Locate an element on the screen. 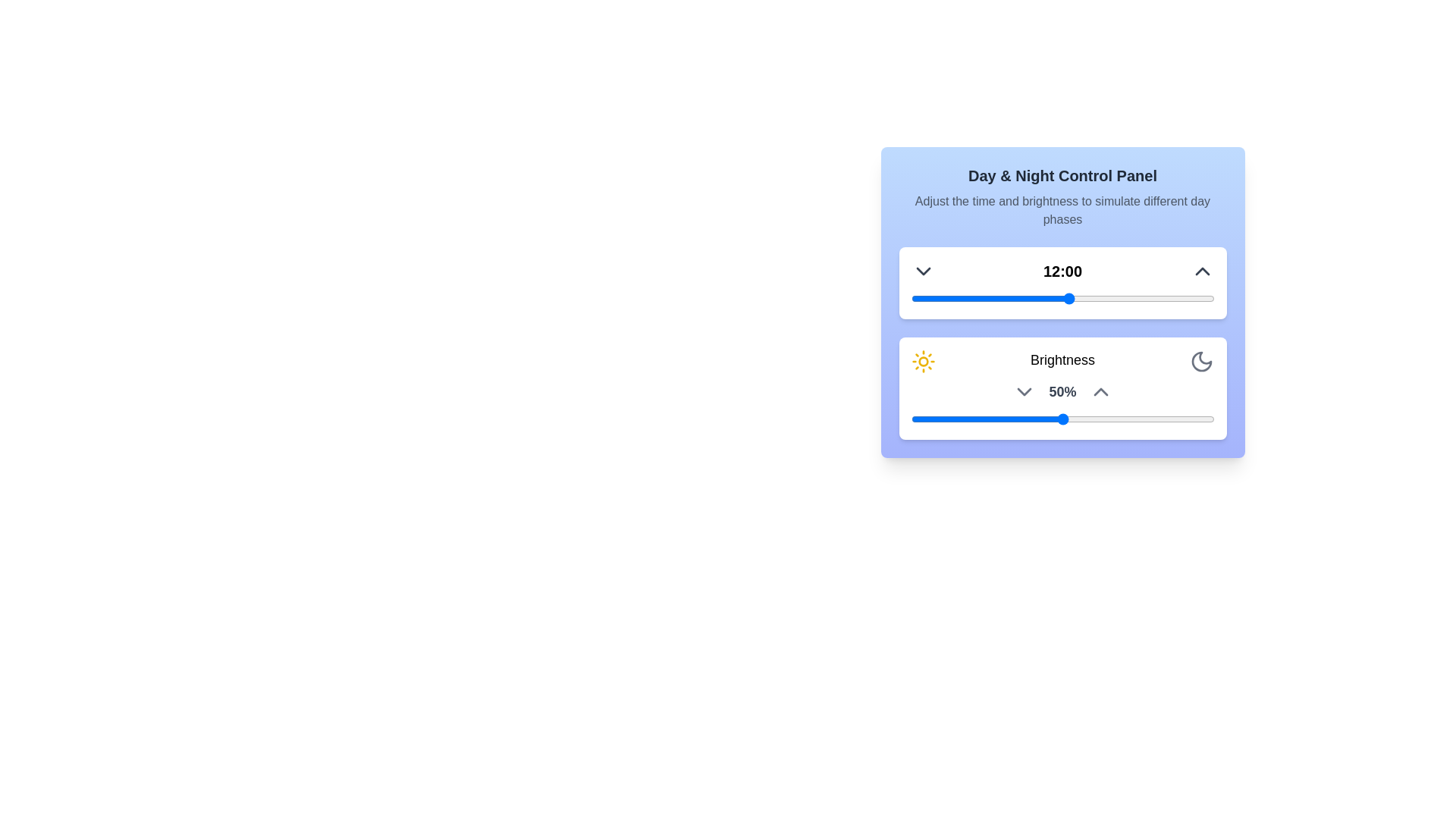 The width and height of the screenshot is (1456, 819). the current selected time value label located in the Day & Night Control Panel, which is flanked by a down arrow on the left and an up arrow on the right is located at coordinates (1062, 271).